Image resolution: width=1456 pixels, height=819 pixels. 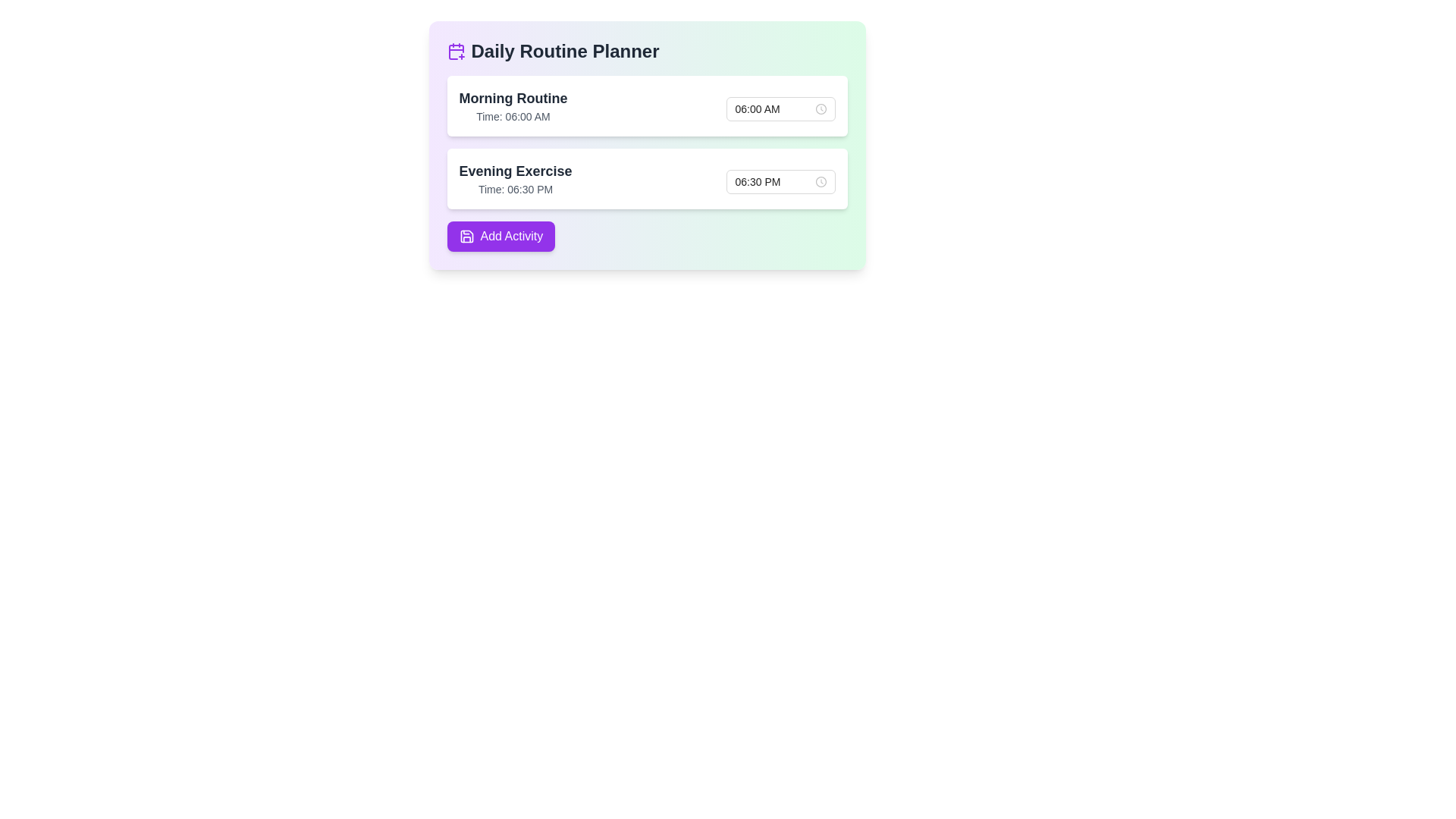 I want to click on the 'Daily Routine Planner' title with icon, which is a bold, large font header accompanied by a calendar icon, located at the top of the card layout, so click(x=647, y=51).